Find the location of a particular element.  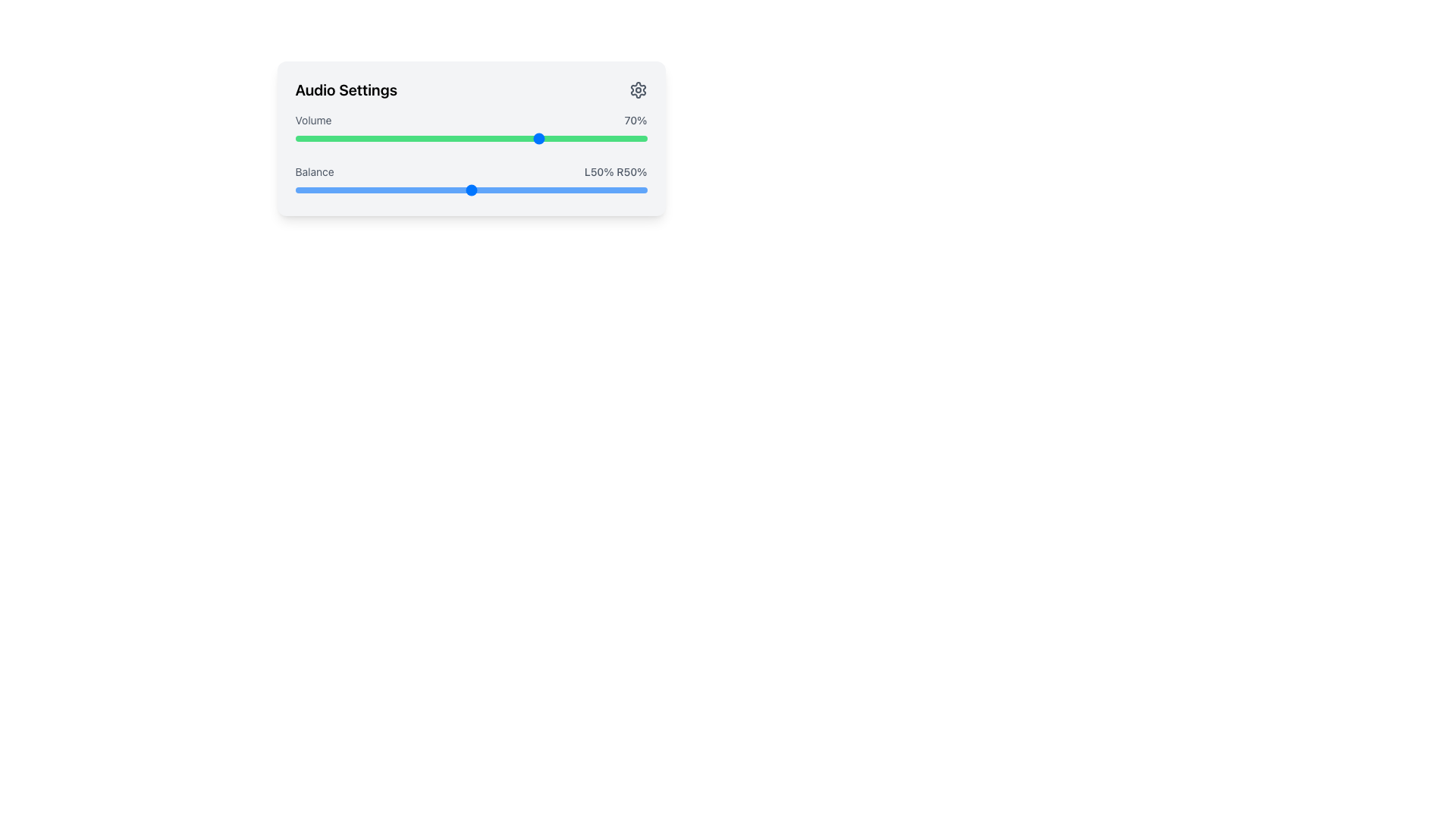

volume is located at coordinates (516, 138).